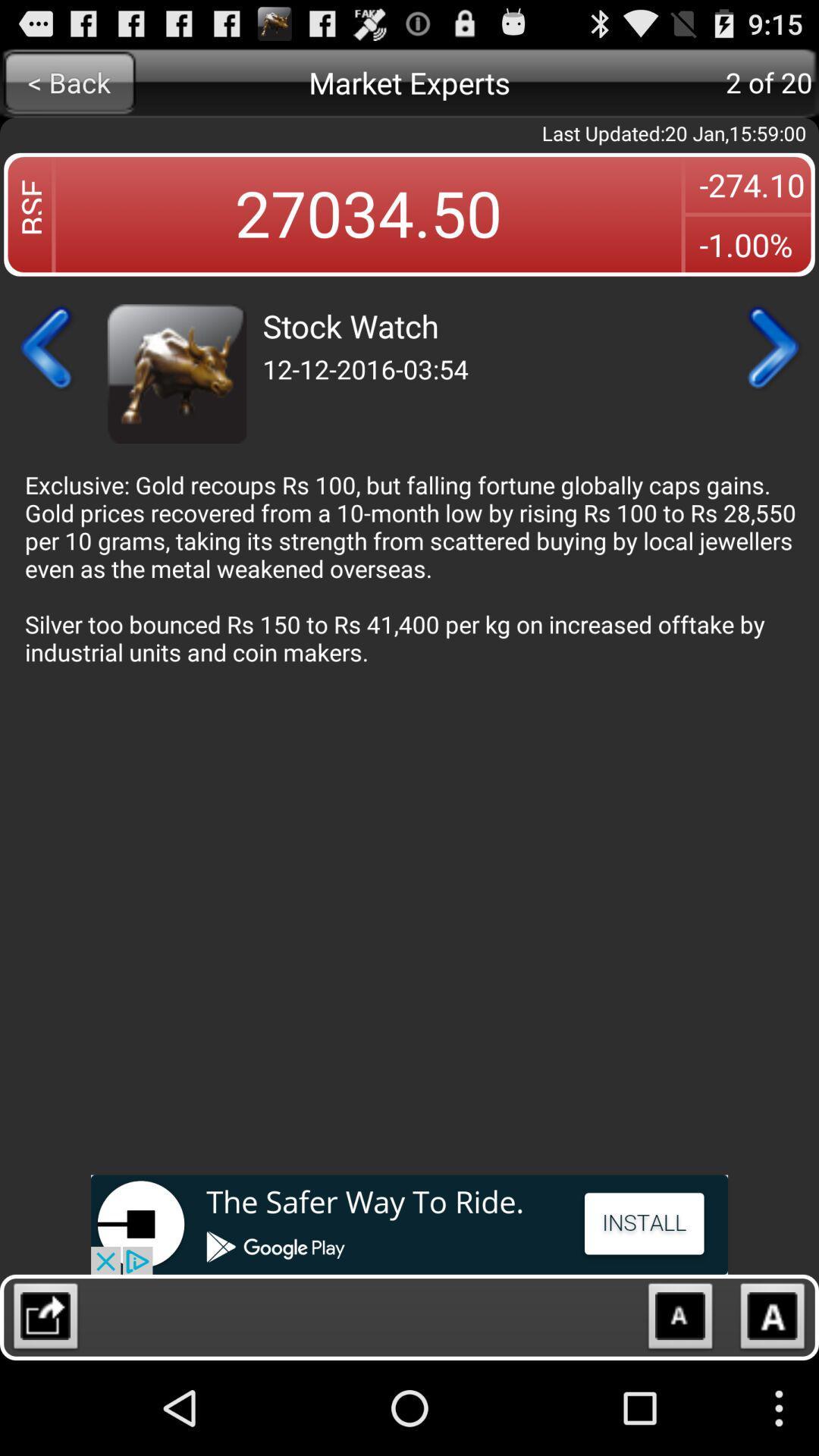 The height and width of the screenshot is (1456, 819). Describe the element at coordinates (771, 372) in the screenshot. I see `the arrow_forward icon` at that location.